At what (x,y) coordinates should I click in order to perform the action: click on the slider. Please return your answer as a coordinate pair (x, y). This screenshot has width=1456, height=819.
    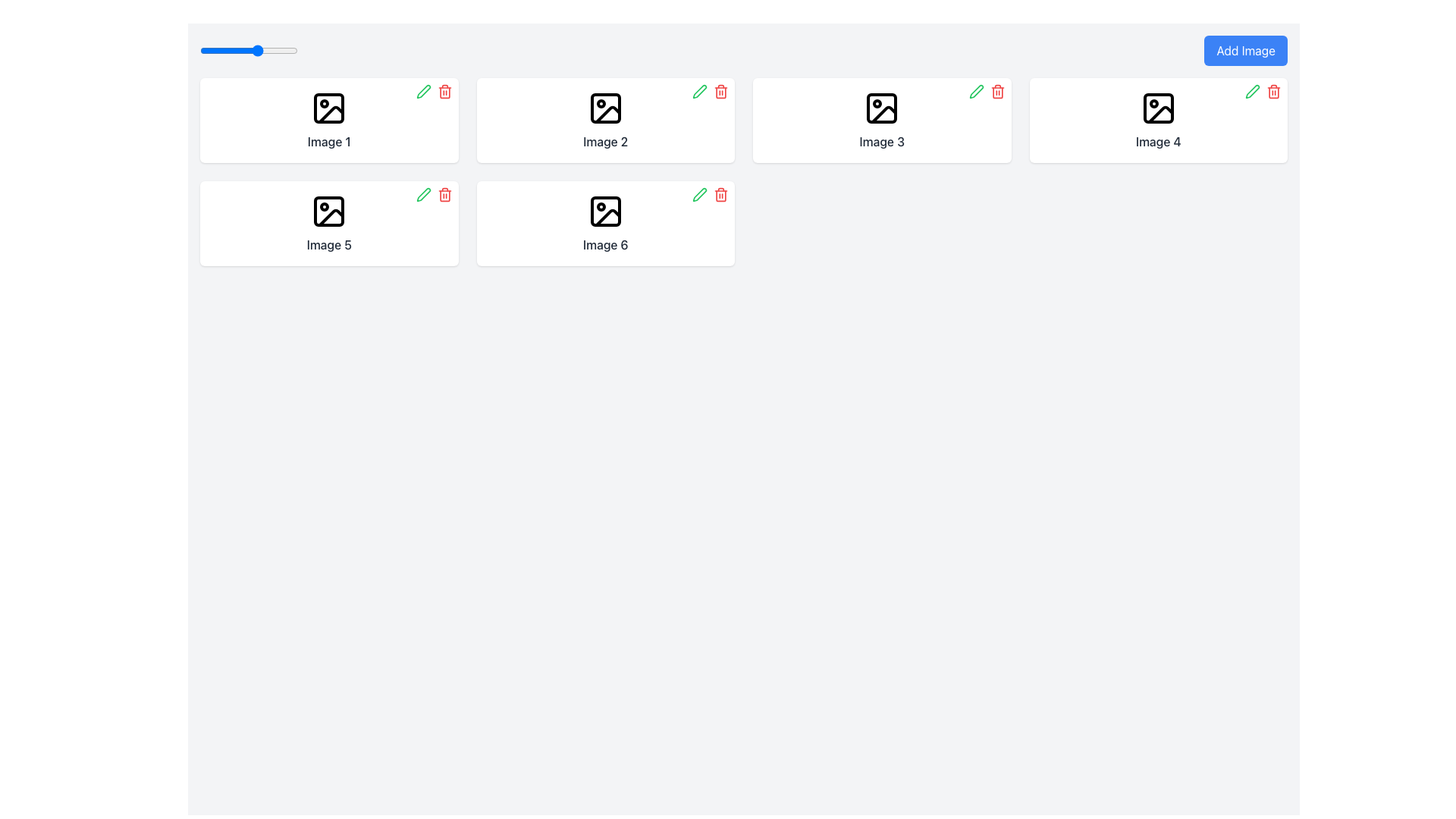
    Looking at the image, I should click on (238, 49).